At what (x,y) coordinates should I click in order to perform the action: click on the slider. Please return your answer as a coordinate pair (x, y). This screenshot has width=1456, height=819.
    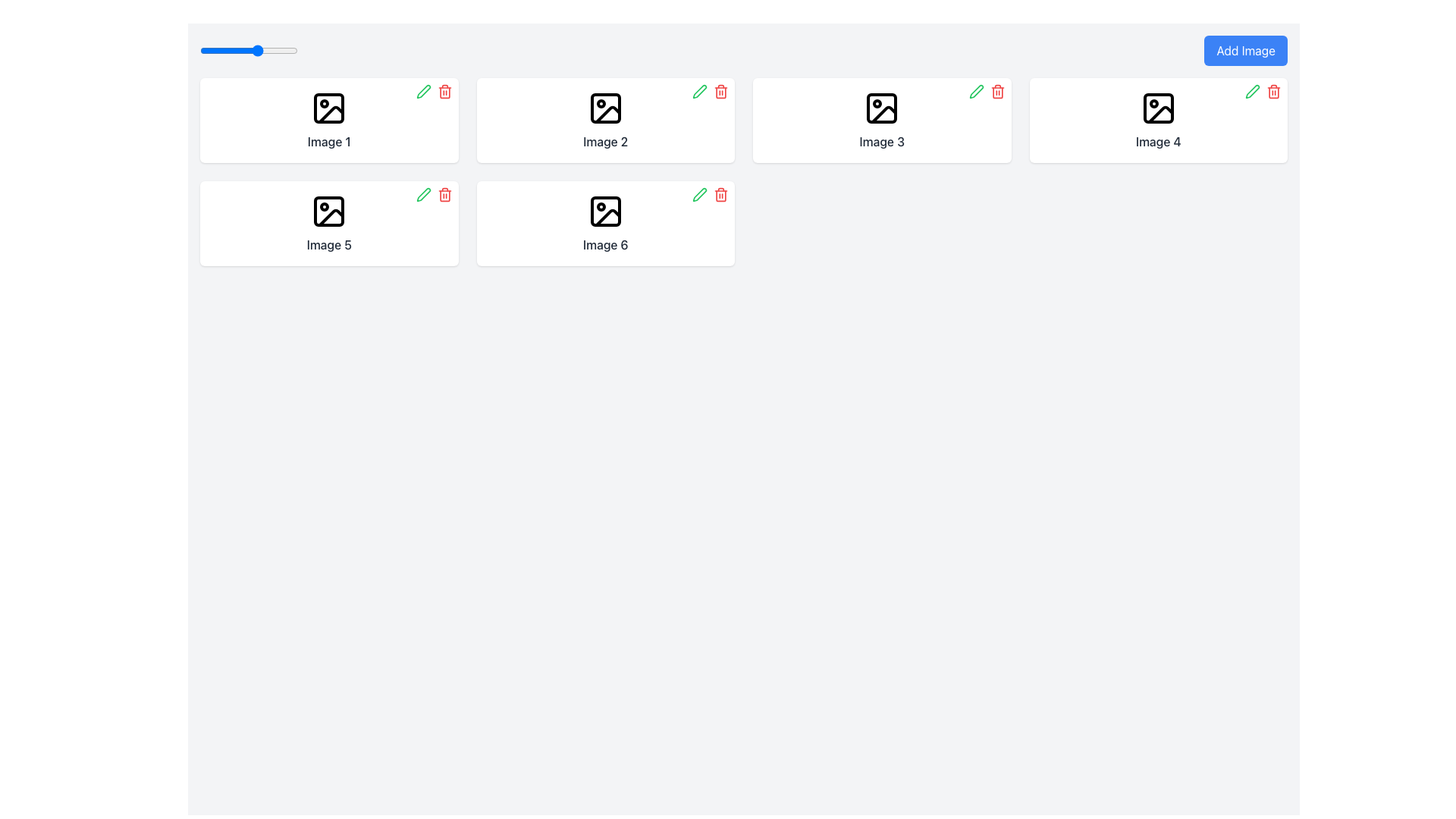
    Looking at the image, I should click on (238, 49).